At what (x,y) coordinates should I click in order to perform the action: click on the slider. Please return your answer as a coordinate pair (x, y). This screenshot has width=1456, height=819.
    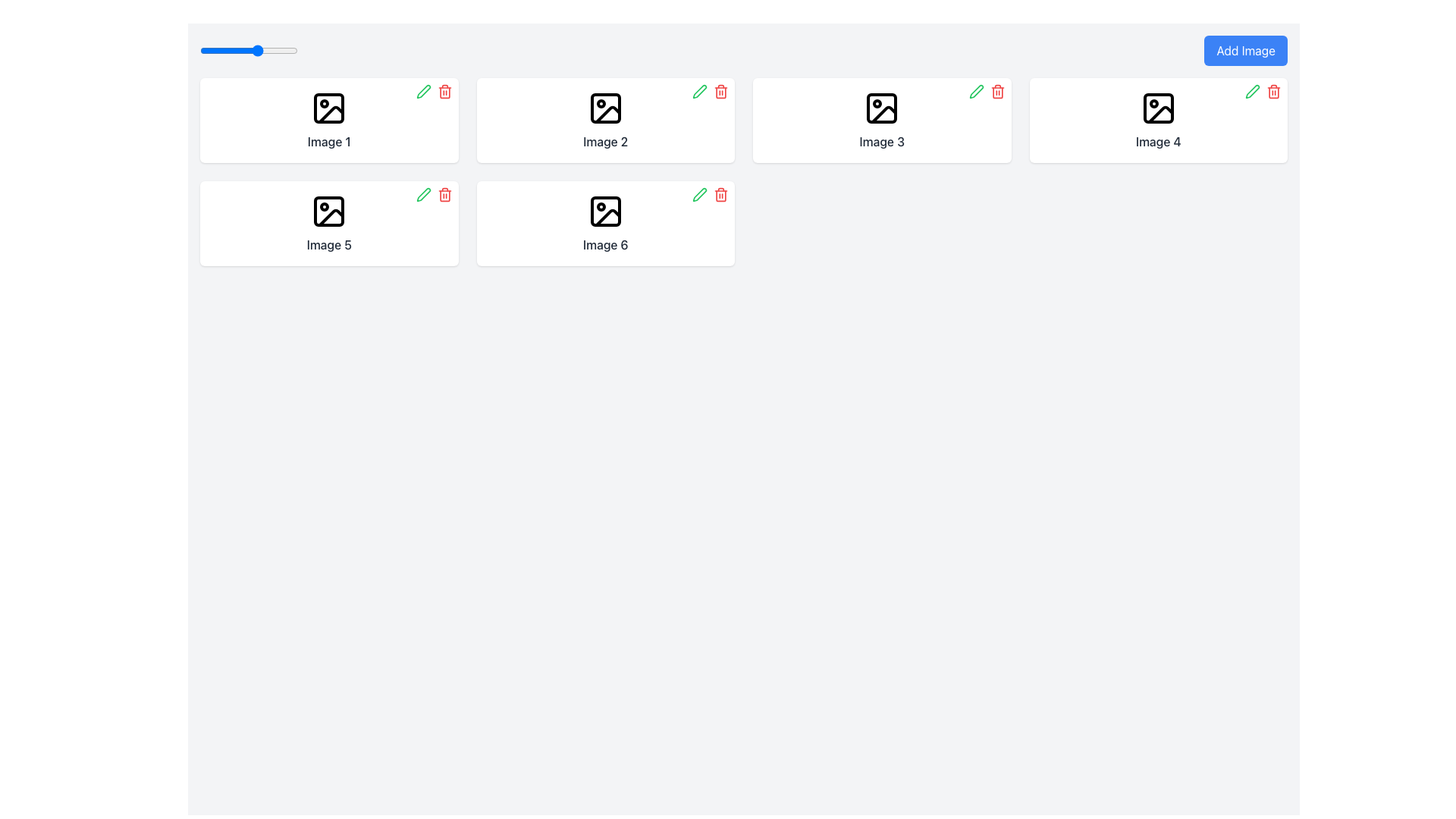
    Looking at the image, I should click on (238, 49).